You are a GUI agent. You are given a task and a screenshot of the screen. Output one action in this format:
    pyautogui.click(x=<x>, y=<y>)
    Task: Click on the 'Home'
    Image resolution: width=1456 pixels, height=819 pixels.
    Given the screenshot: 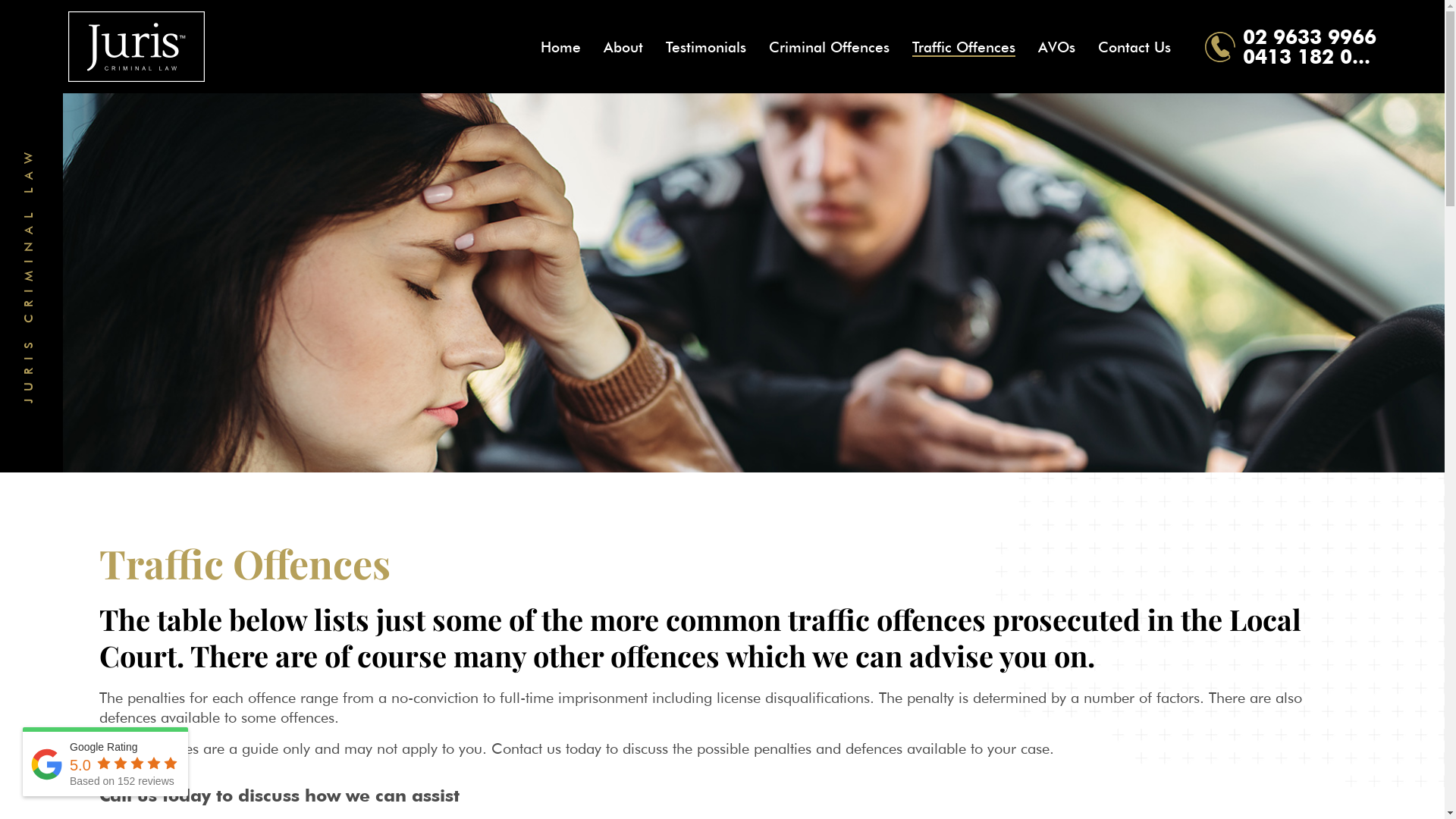 What is the action you would take?
    pyautogui.click(x=560, y=45)
    